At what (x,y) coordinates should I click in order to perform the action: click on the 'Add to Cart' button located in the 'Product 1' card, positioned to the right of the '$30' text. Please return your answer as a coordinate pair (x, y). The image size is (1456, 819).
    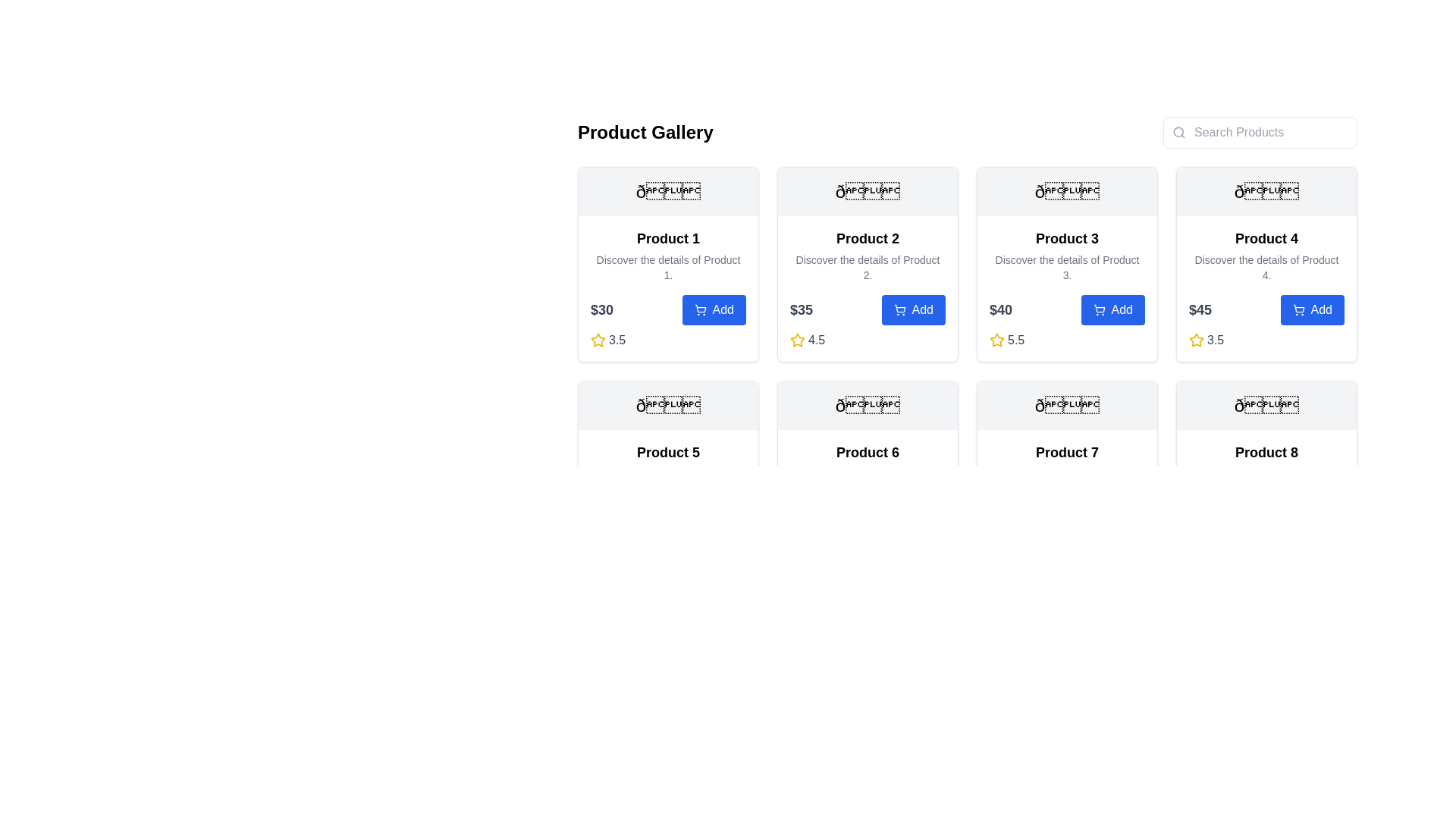
    Looking at the image, I should click on (713, 309).